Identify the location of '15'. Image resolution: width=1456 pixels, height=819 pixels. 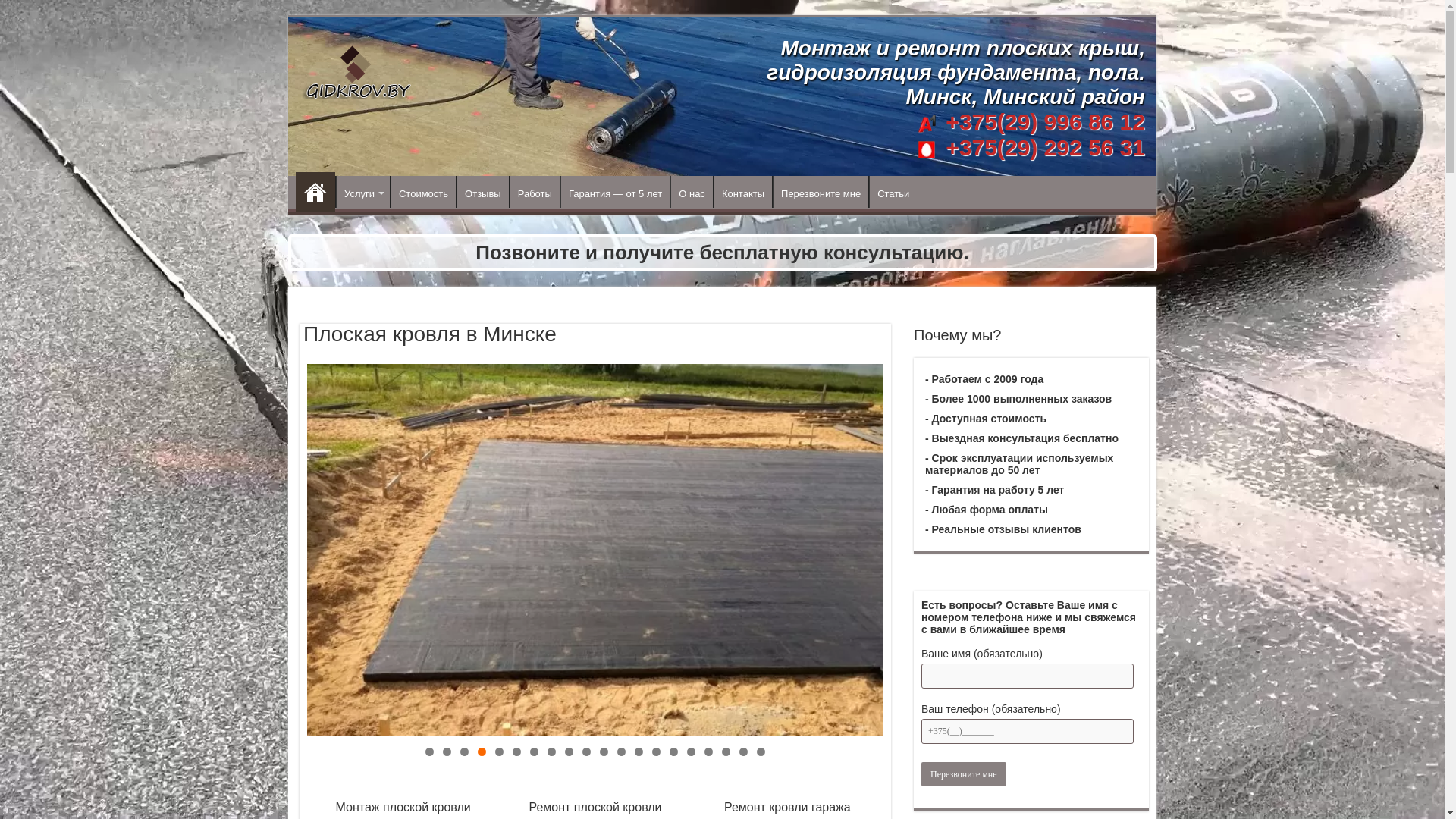
(673, 752).